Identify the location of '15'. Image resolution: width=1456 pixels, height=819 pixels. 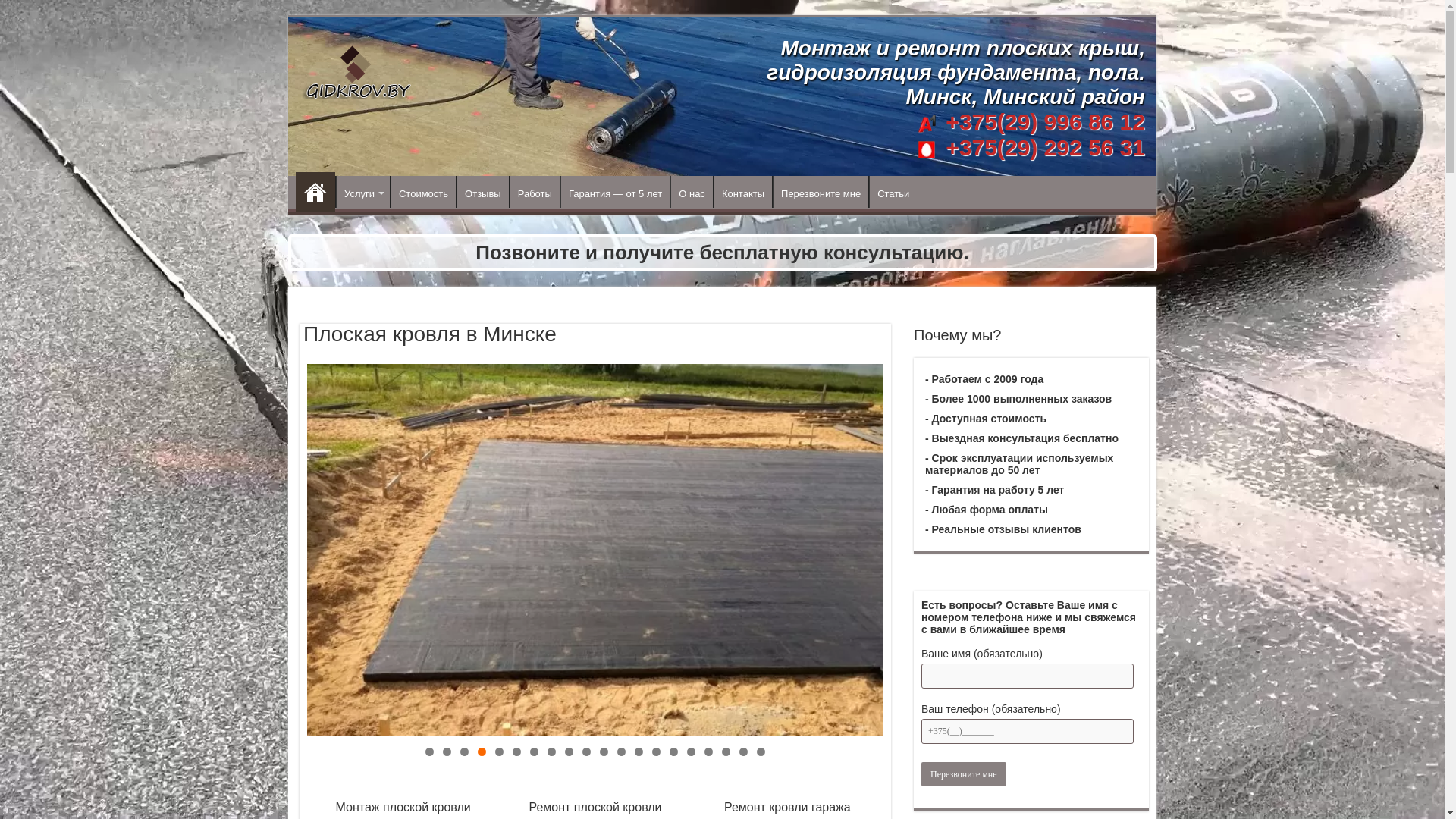
(673, 752).